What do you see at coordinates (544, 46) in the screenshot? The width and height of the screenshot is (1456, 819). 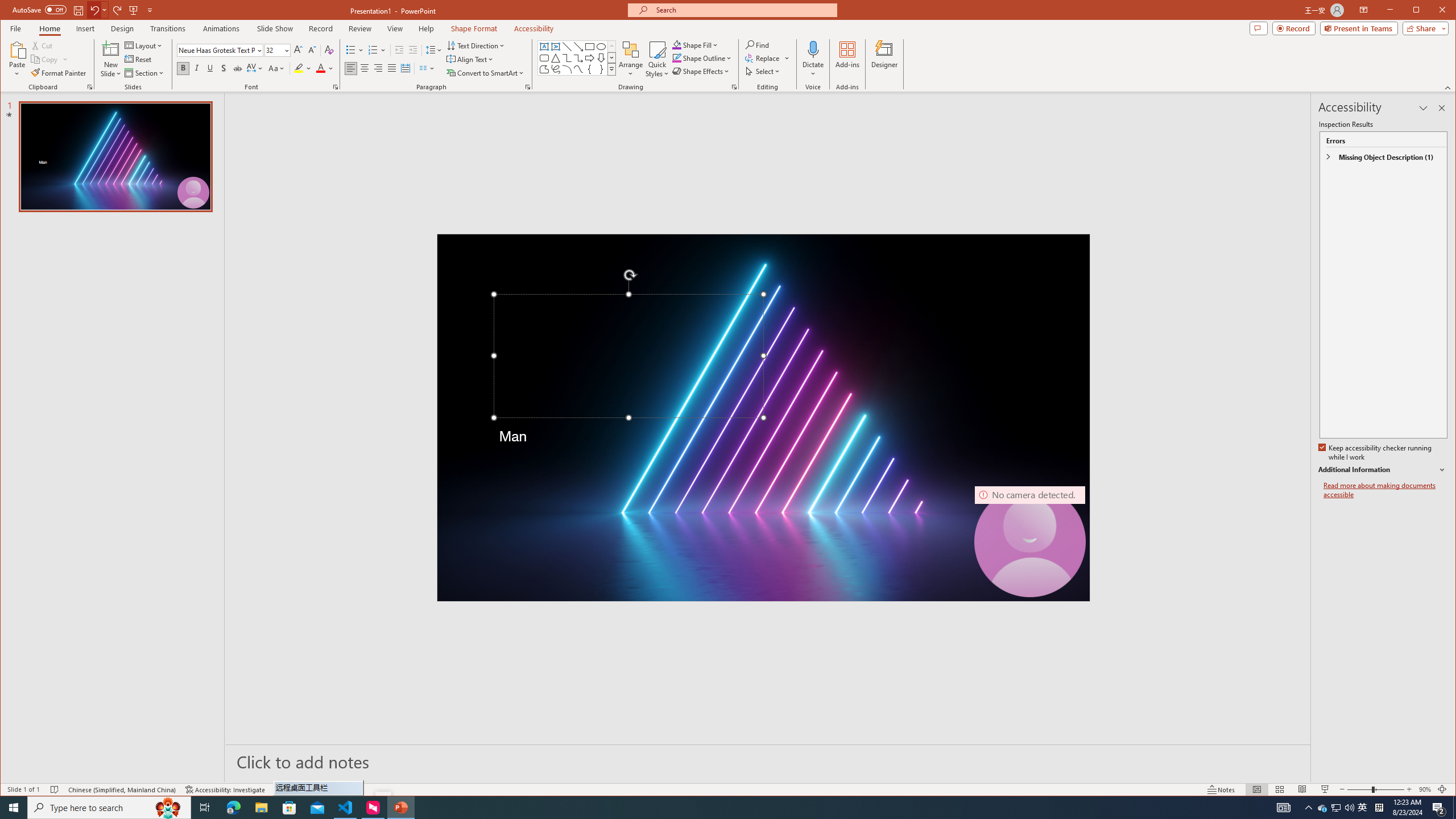 I see `'Text Box'` at bounding box center [544, 46].